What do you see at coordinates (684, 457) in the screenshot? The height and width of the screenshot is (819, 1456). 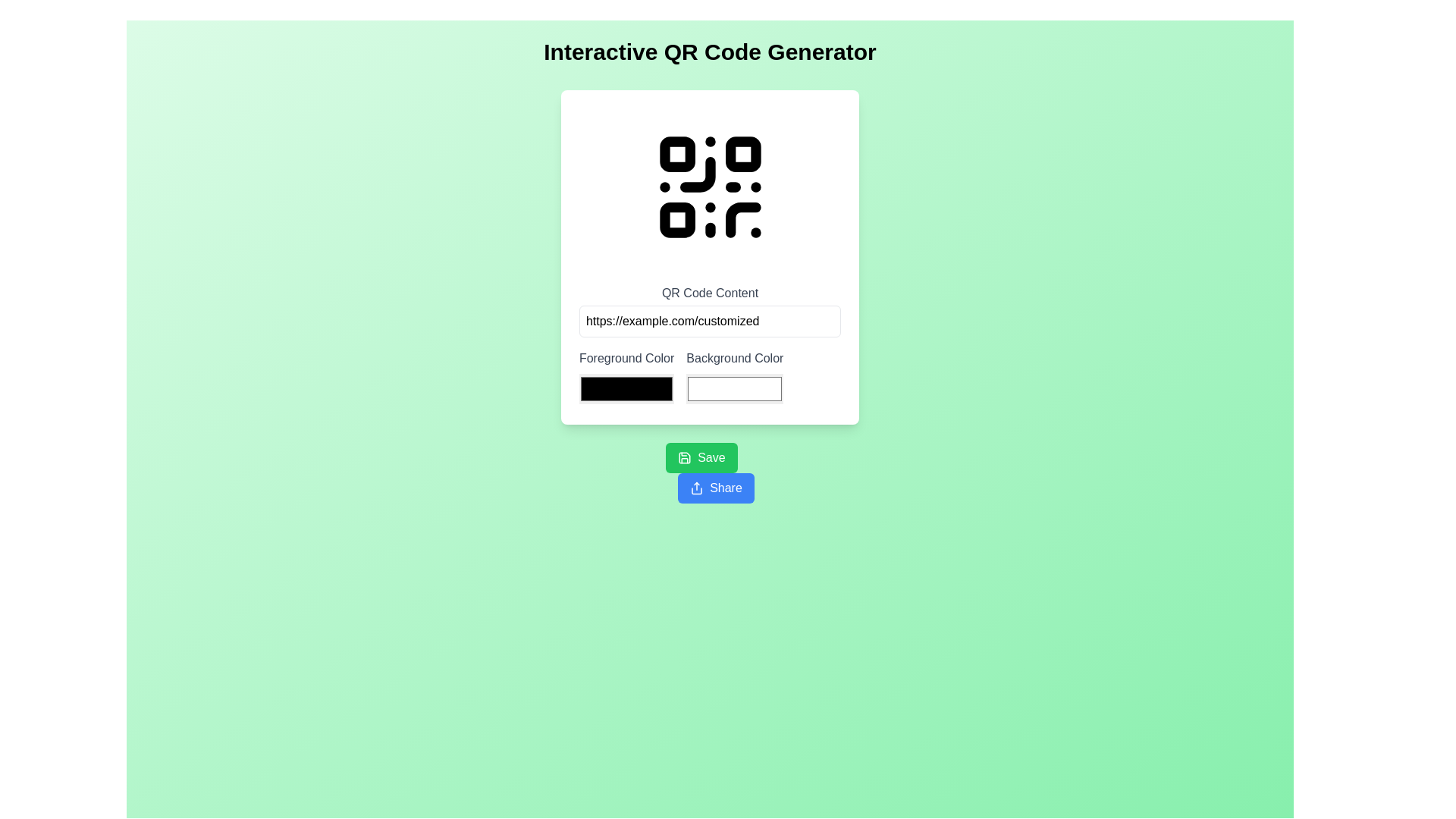 I see `the 'Save' icon button located in the toolbar below the QR code generation area` at bounding box center [684, 457].